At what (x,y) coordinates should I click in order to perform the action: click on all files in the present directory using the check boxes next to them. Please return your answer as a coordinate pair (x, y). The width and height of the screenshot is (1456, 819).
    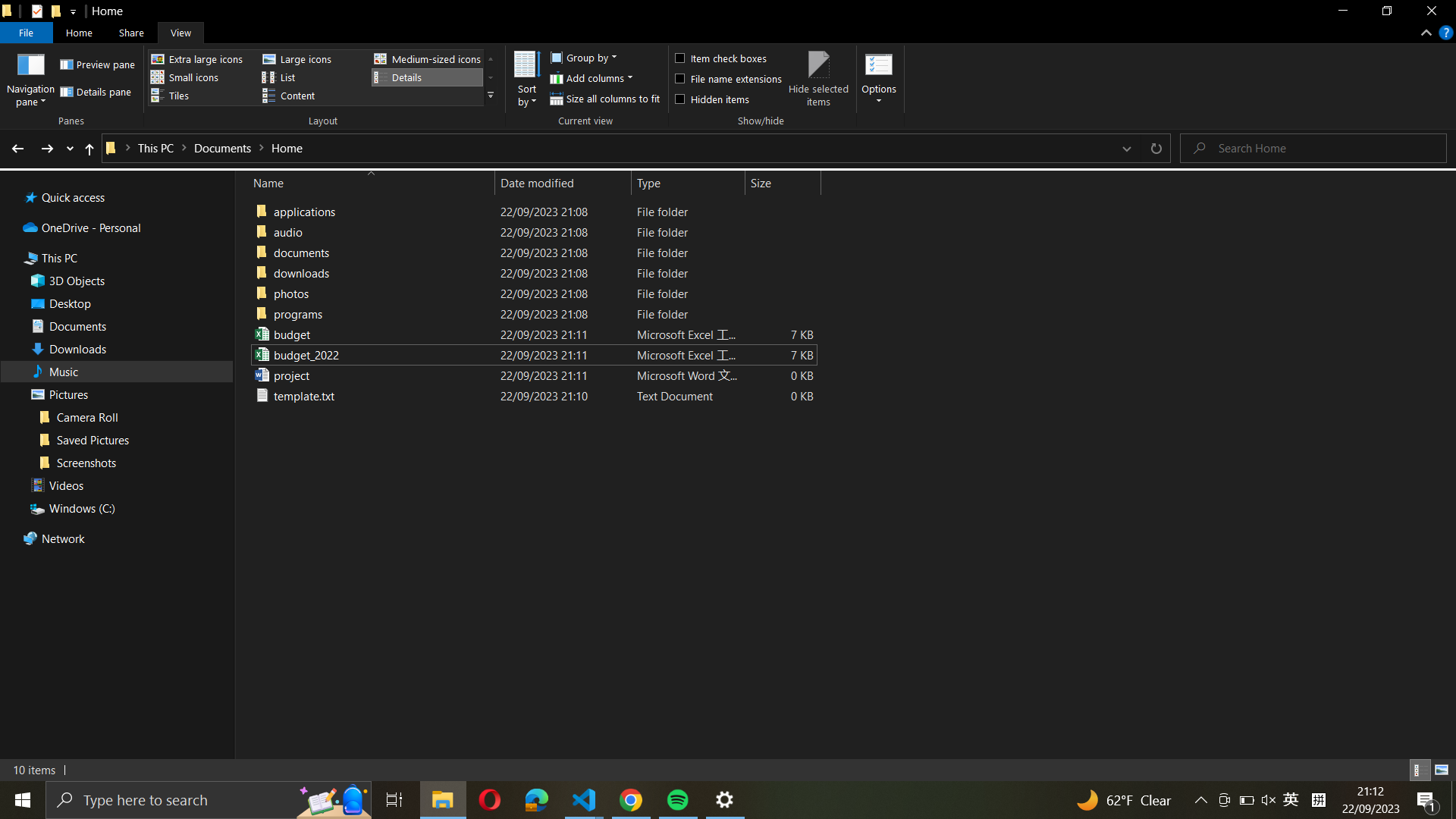
    Looking at the image, I should click on (726, 55).